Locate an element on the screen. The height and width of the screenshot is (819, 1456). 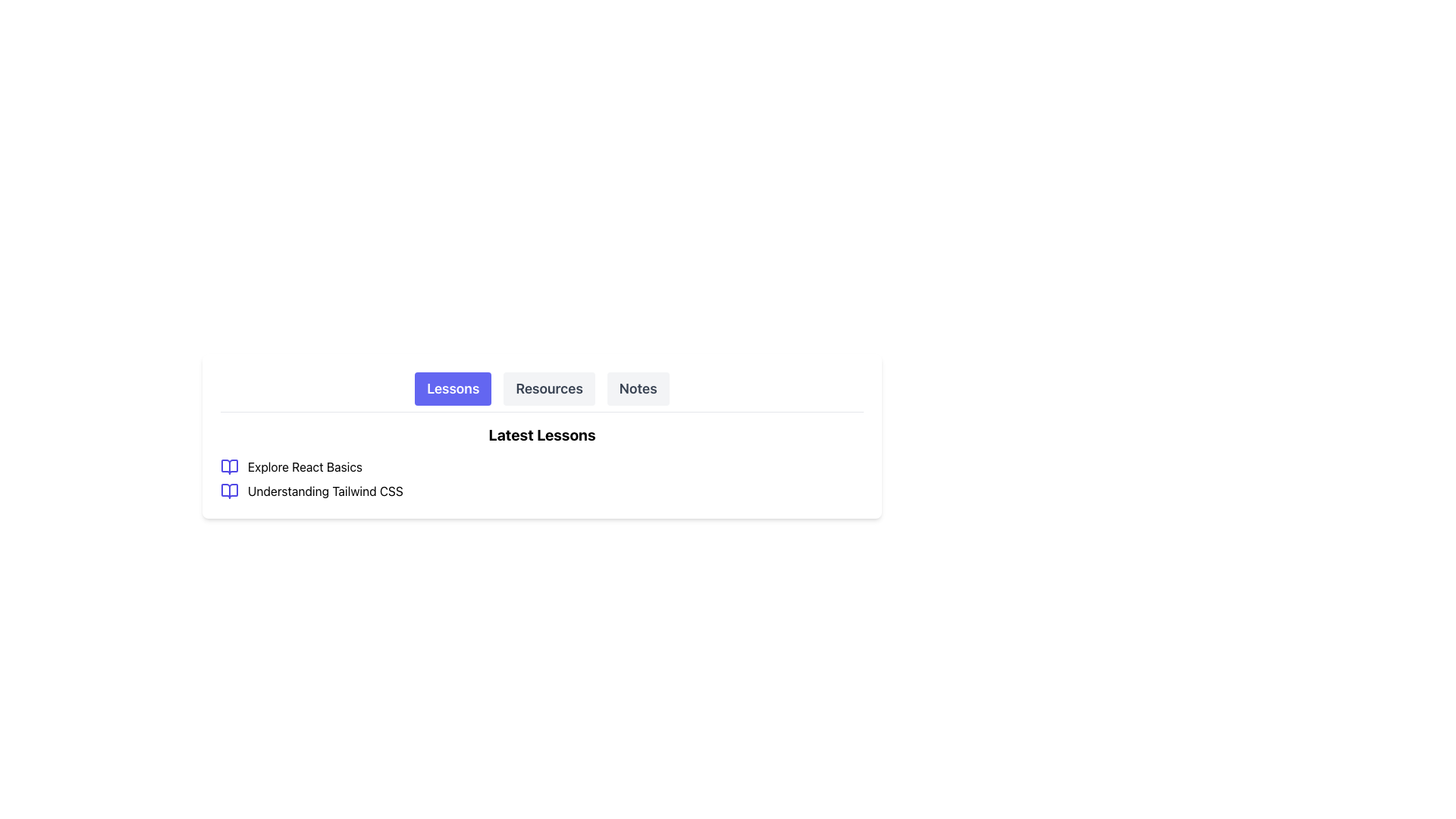
the open book SVG icon located next to the text 'Understanding Tailwind CSS' under the 'Latest Lessons' heading is located at coordinates (228, 491).